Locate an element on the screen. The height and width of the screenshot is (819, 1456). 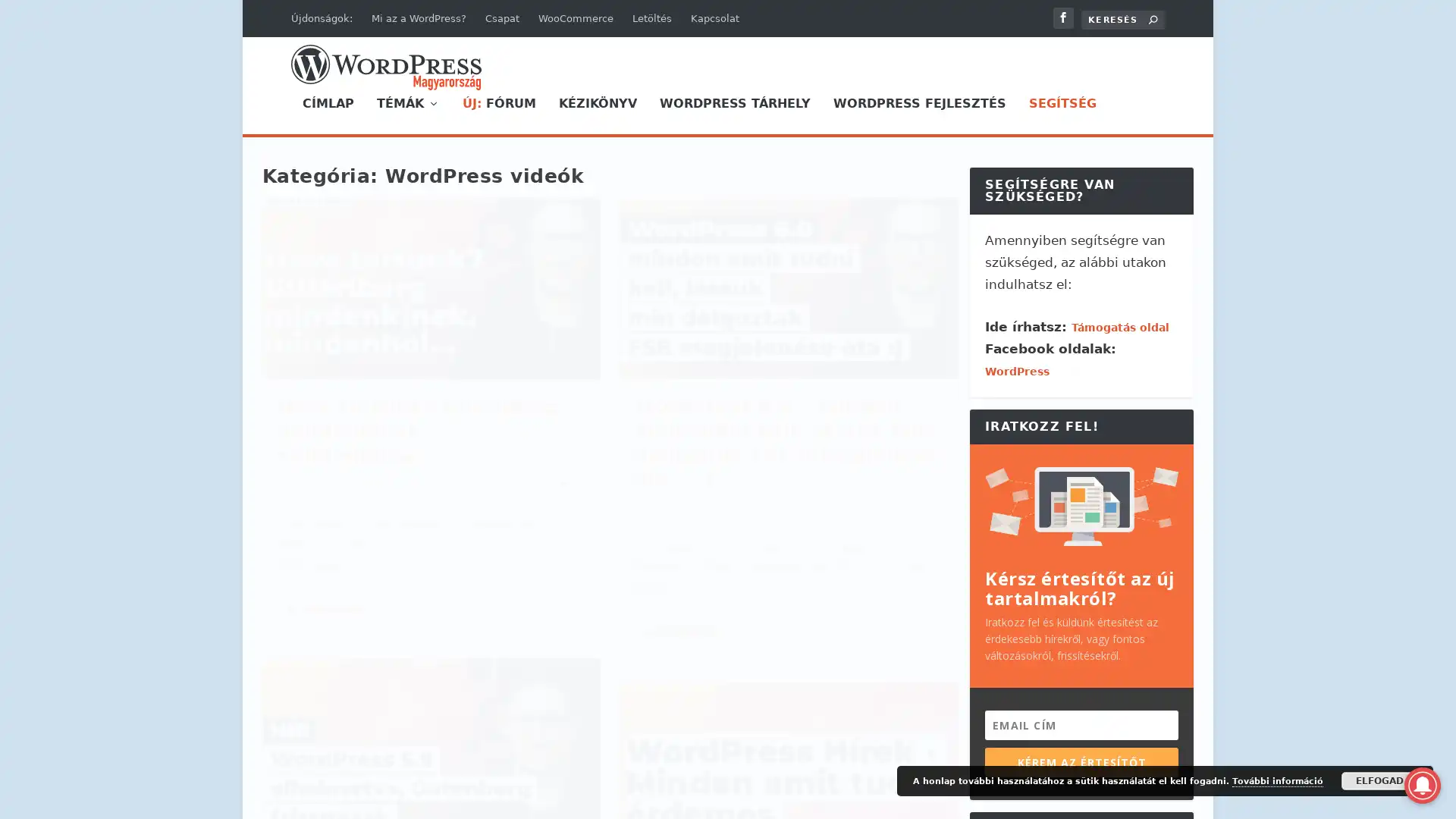
ELFOGAD is located at coordinates (1379, 780).